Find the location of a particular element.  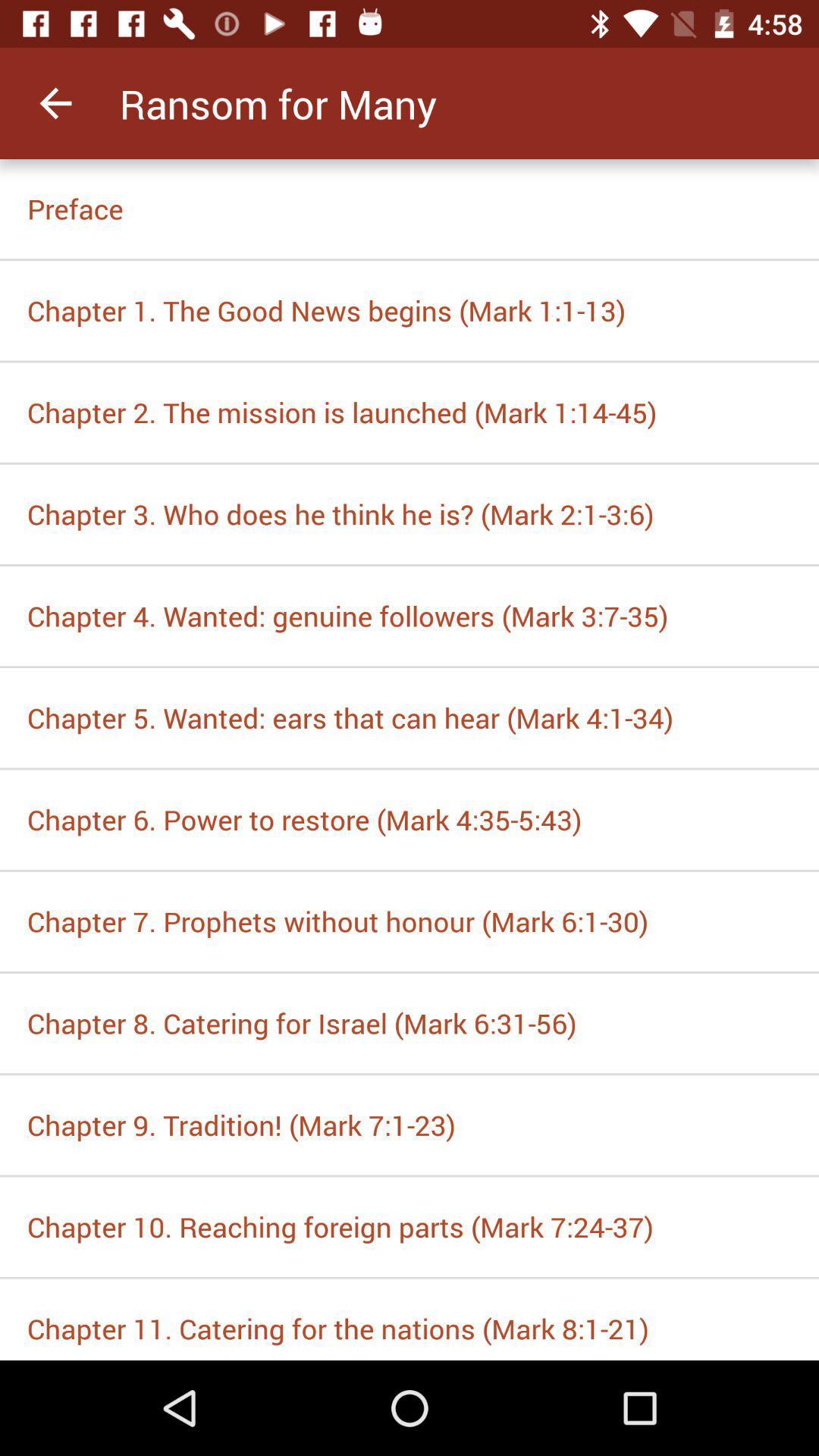

item to the left of ransom for many app is located at coordinates (55, 102).